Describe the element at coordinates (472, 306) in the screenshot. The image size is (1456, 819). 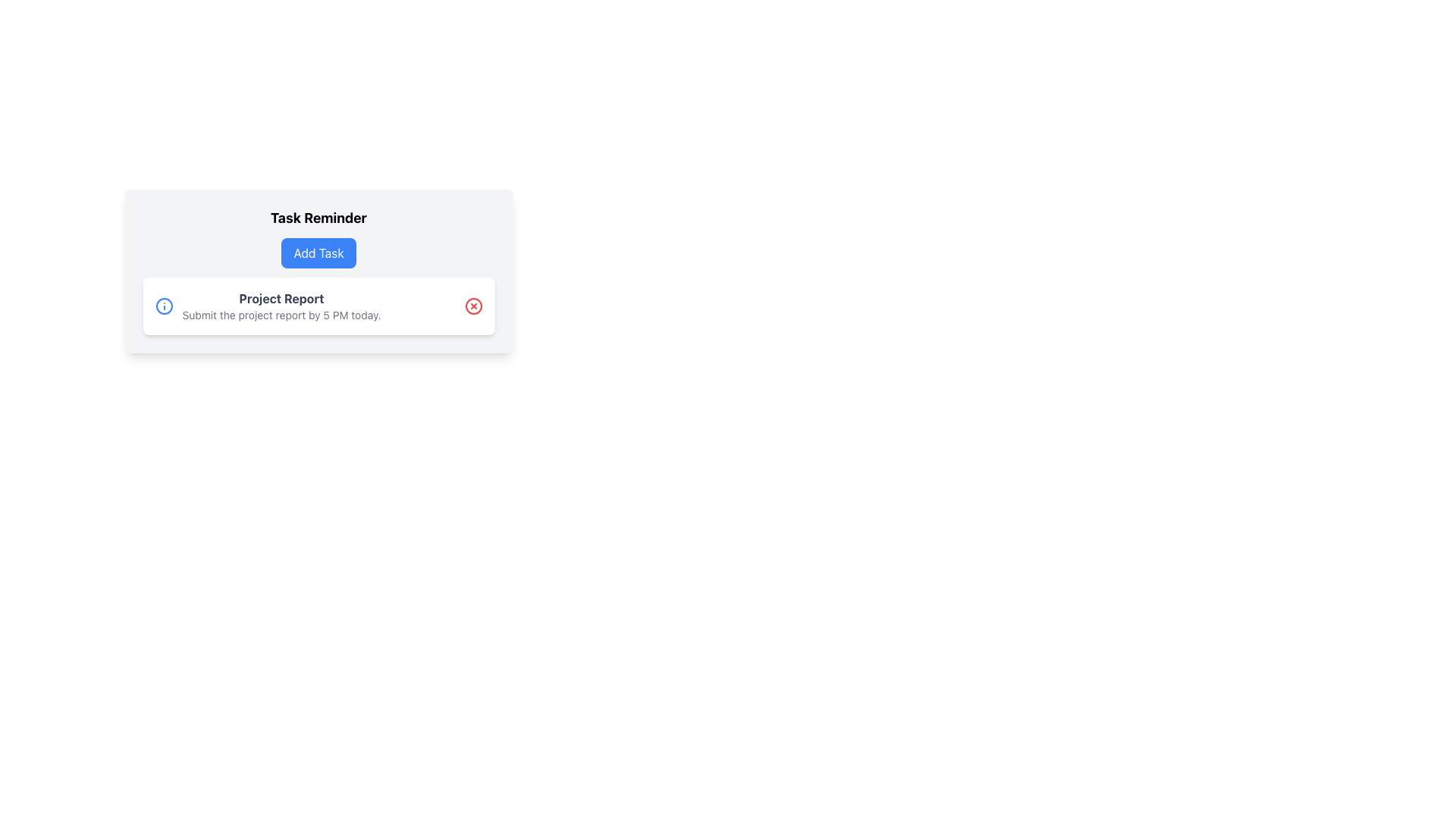
I see `the delete button located at the far right of the 'Project Report' task block` at that location.